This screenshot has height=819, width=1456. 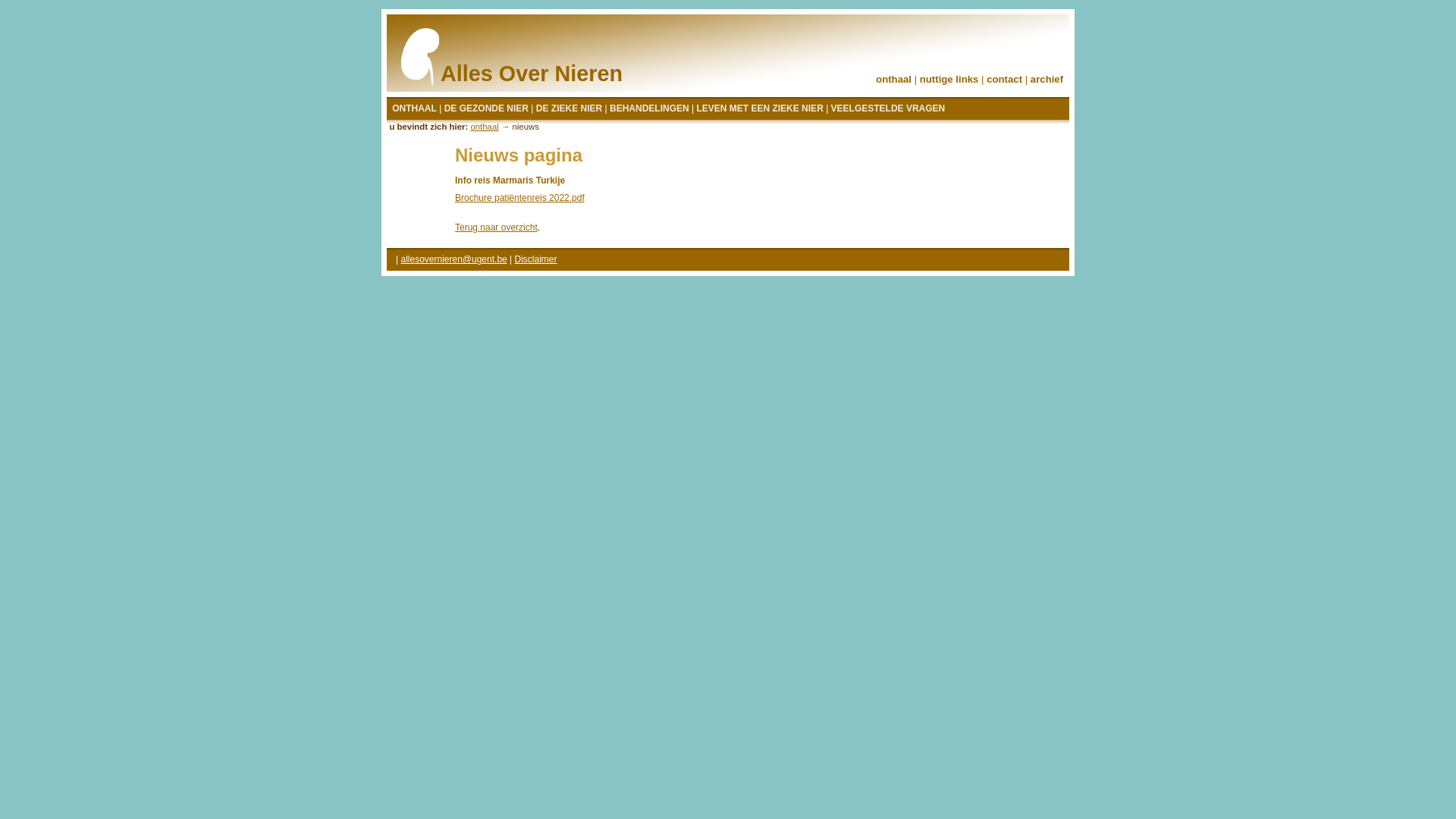 What do you see at coordinates (986, 79) in the screenshot?
I see `'contact'` at bounding box center [986, 79].